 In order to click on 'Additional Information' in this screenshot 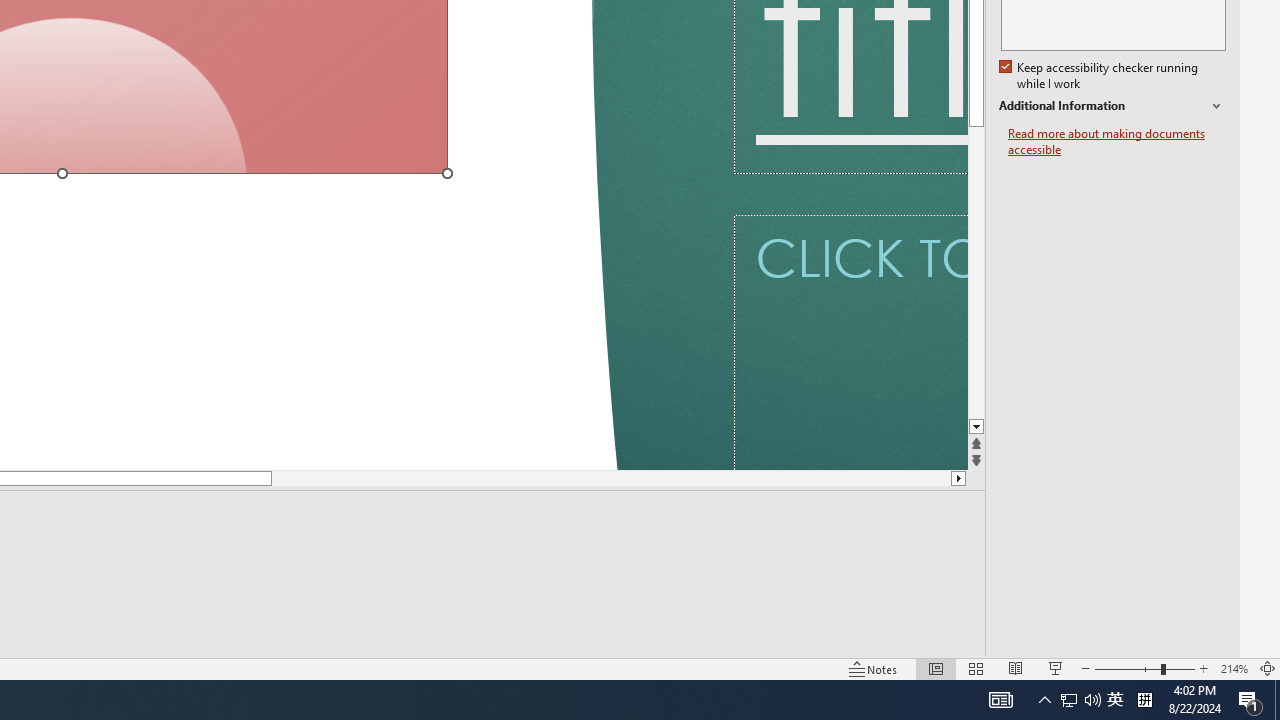, I will do `click(1111, 106)`.